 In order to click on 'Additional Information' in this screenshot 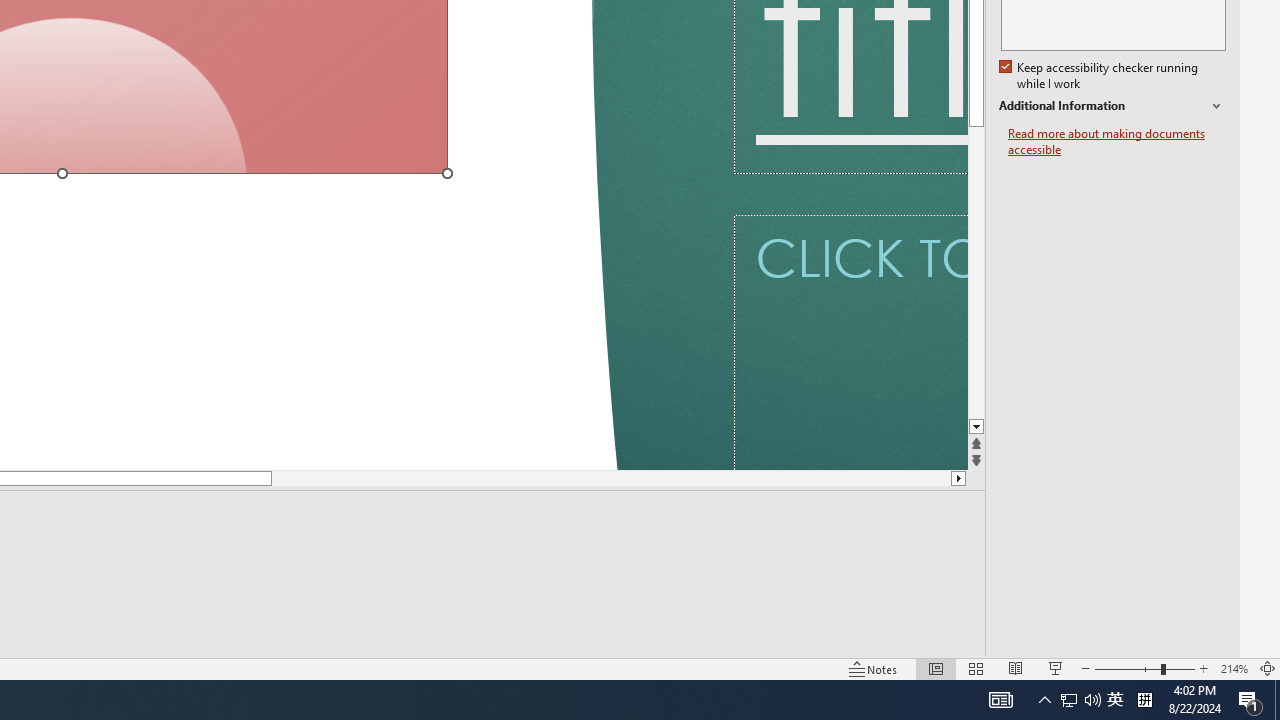, I will do `click(1111, 106)`.